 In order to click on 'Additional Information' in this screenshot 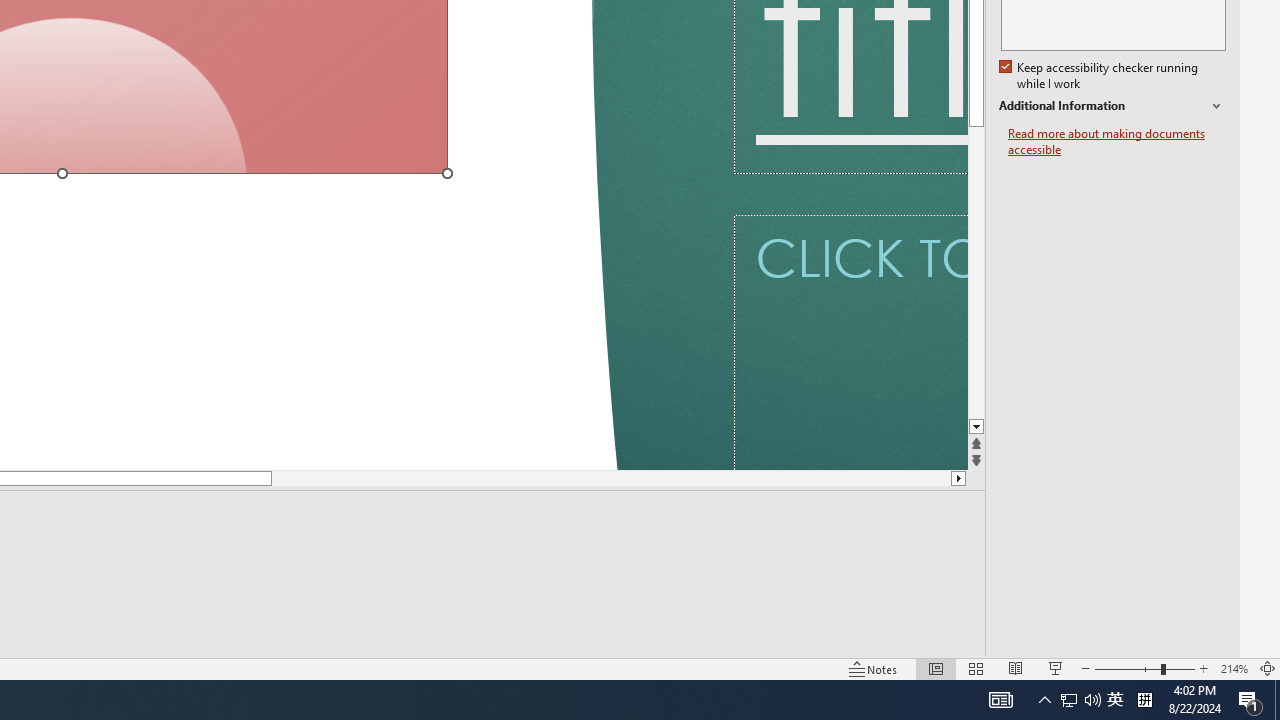, I will do `click(1111, 106)`.